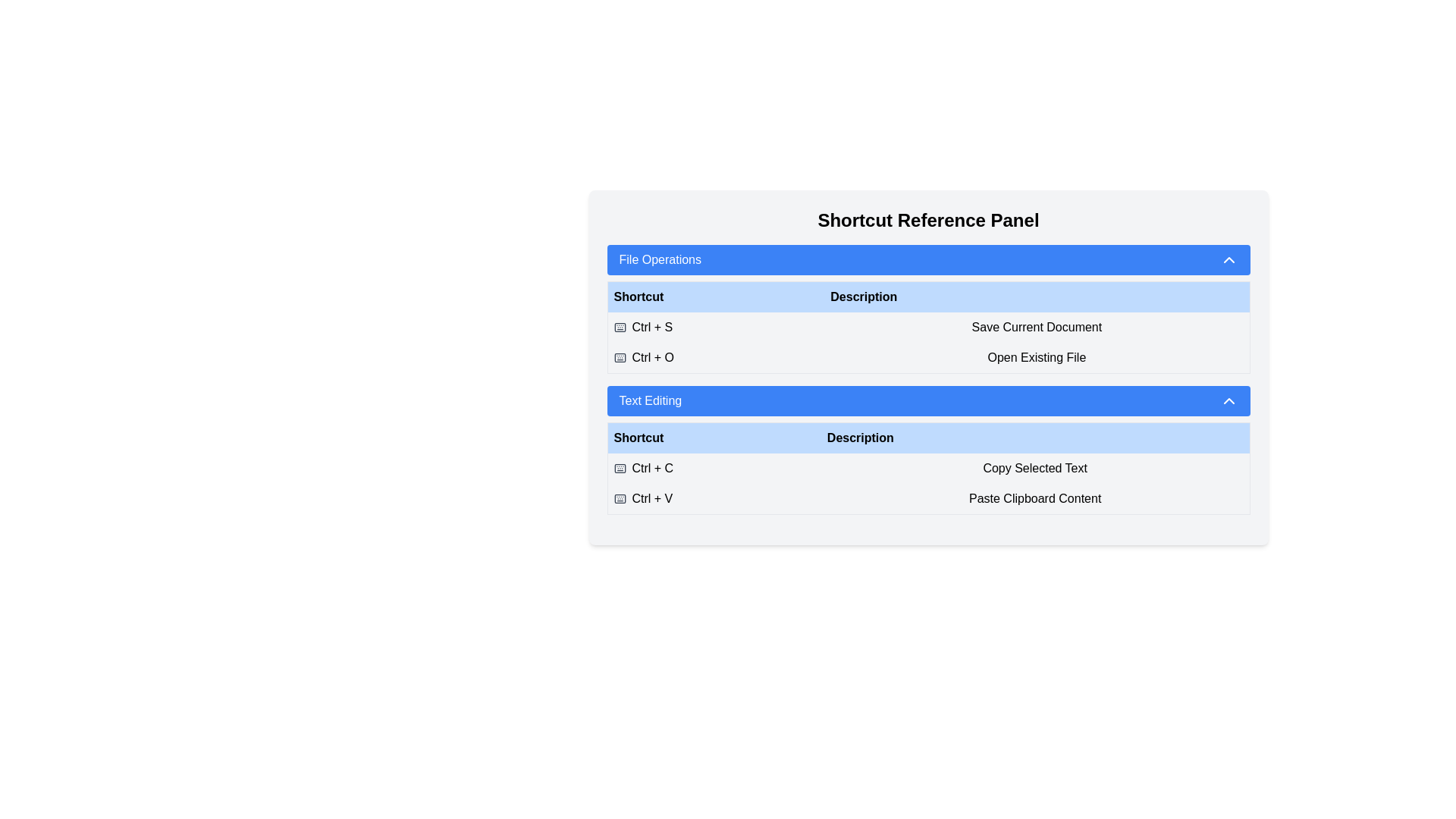  Describe the element at coordinates (927, 358) in the screenshot. I see `the second row in the 'File Operations' section of the table, which contains the keyboard shortcut 'Ctrl + O' and the description 'Open Existing File'` at that location.